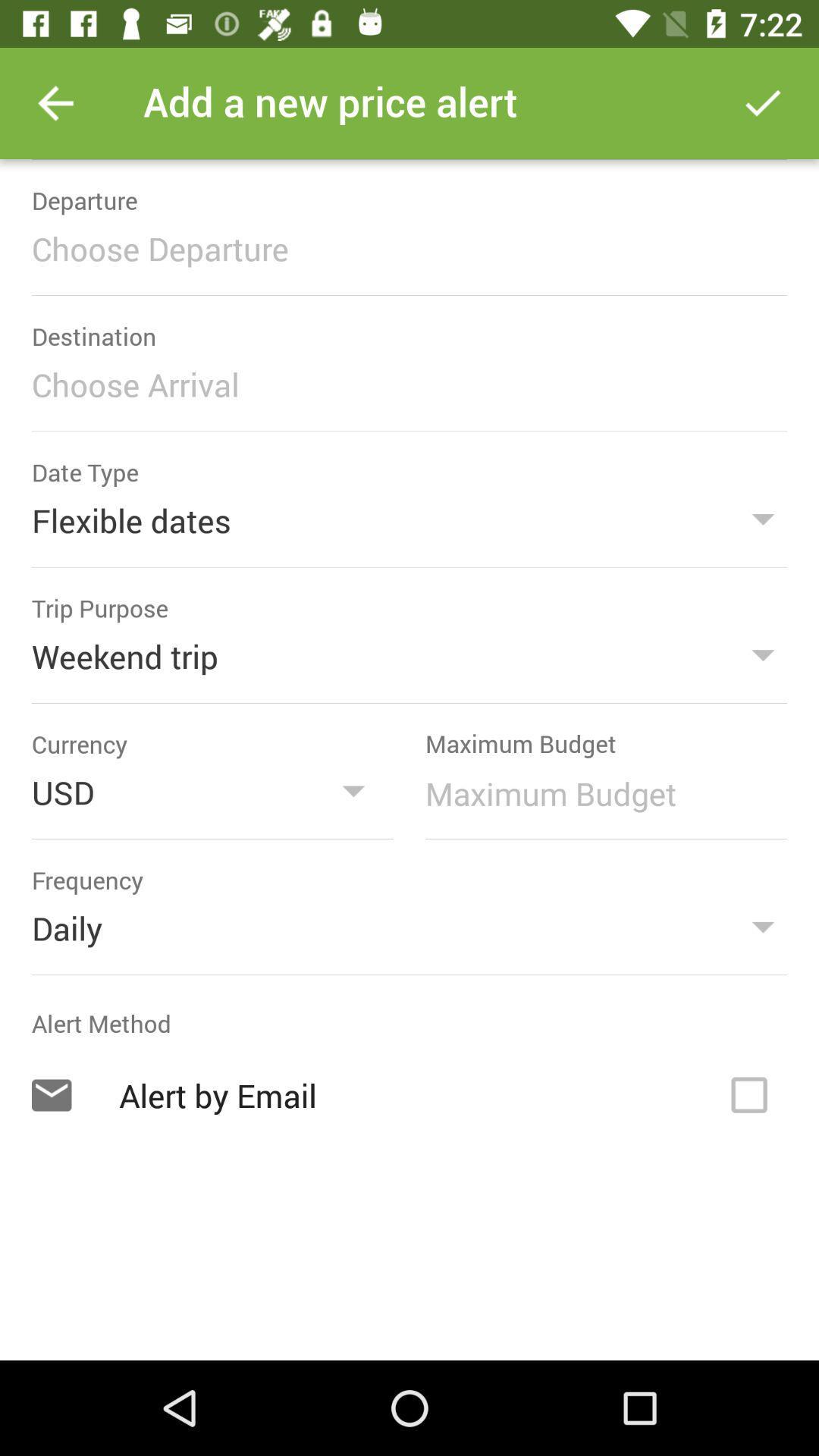 Image resolution: width=819 pixels, height=1456 pixels. Describe the element at coordinates (598, 792) in the screenshot. I see `maximum budget entry` at that location.